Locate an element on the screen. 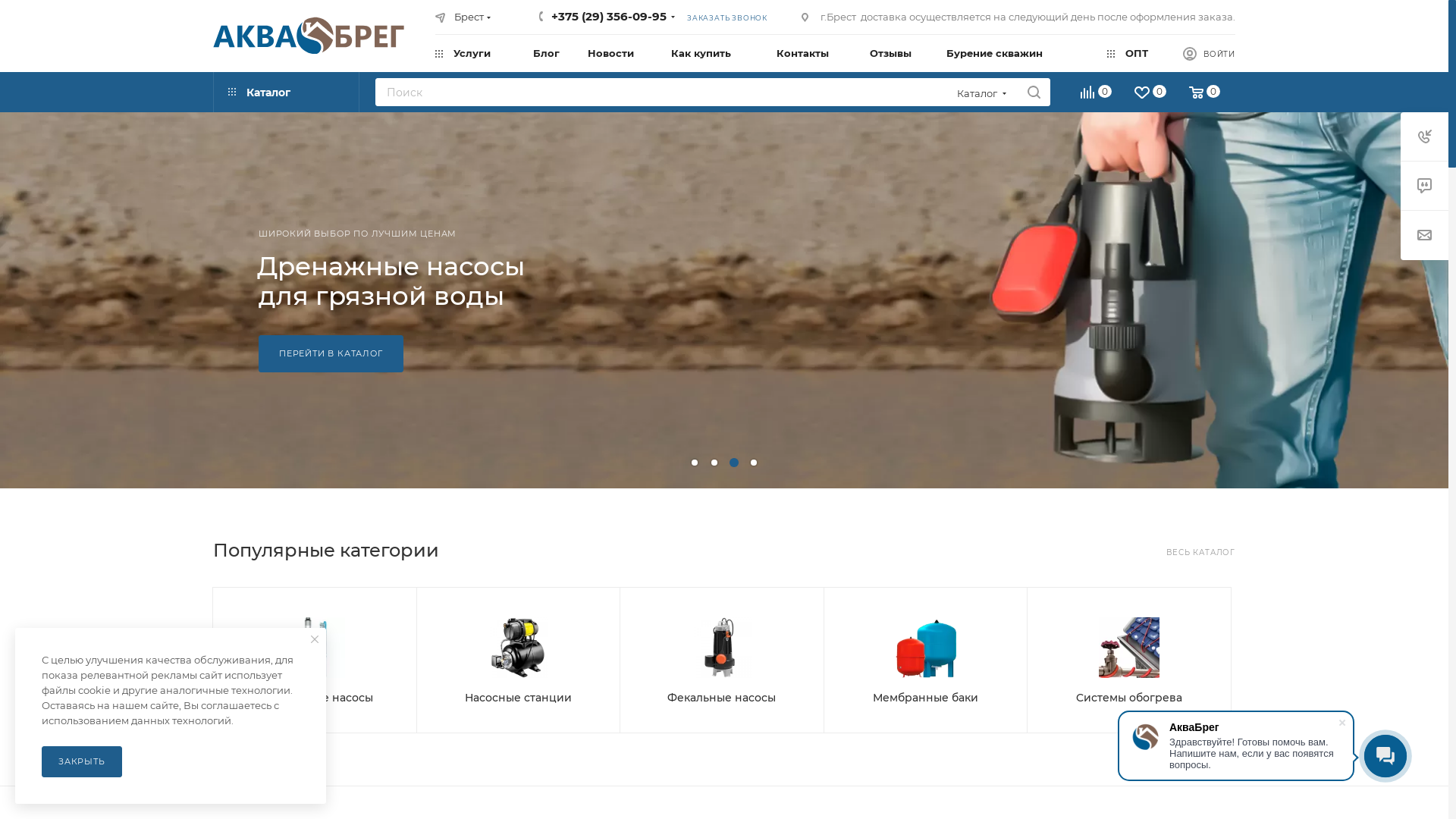 This screenshot has width=1456, height=819. '0' is located at coordinates (1178, 94).